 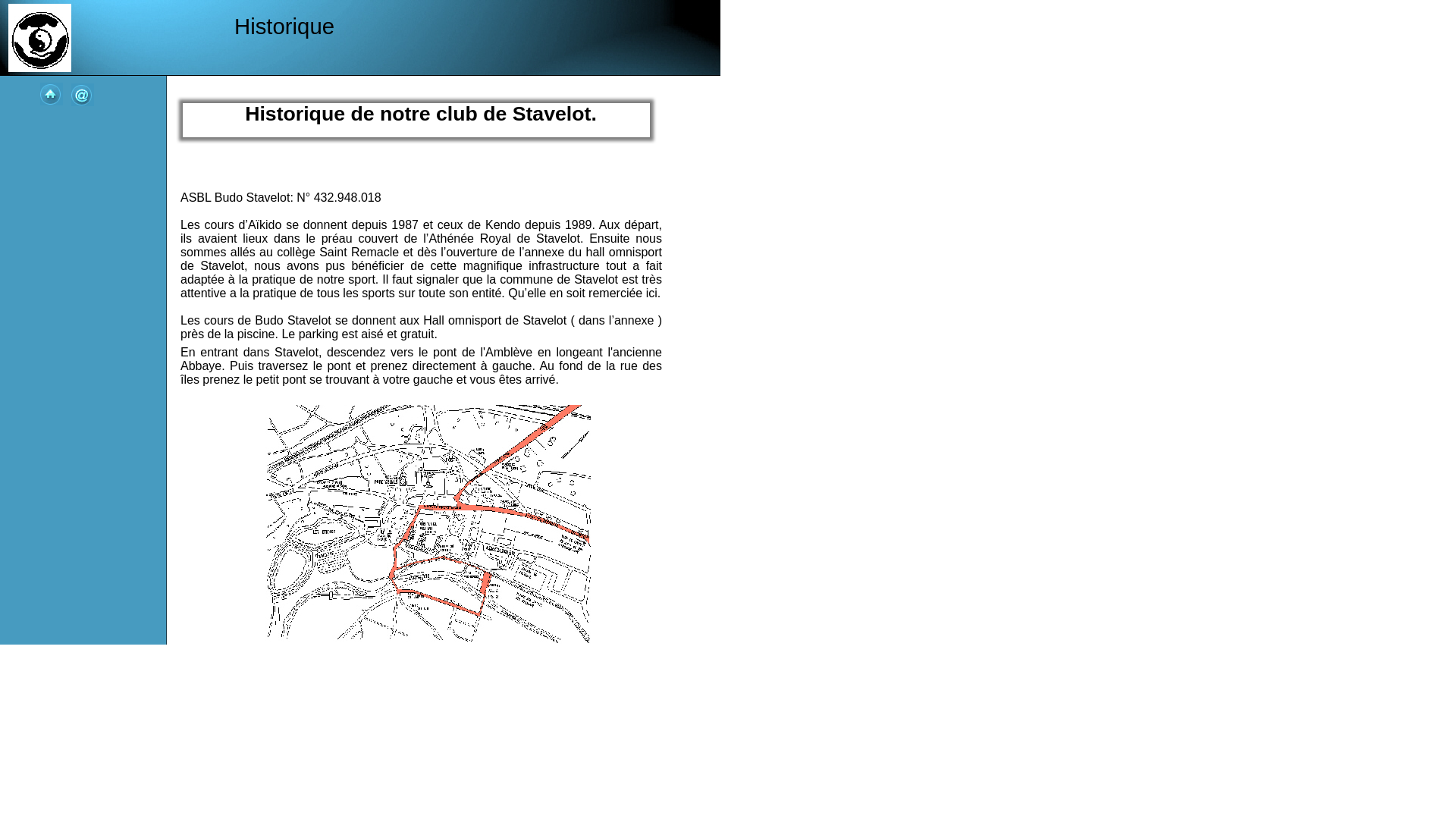 What do you see at coordinates (51, 93) in the screenshot?
I see `'Home'` at bounding box center [51, 93].